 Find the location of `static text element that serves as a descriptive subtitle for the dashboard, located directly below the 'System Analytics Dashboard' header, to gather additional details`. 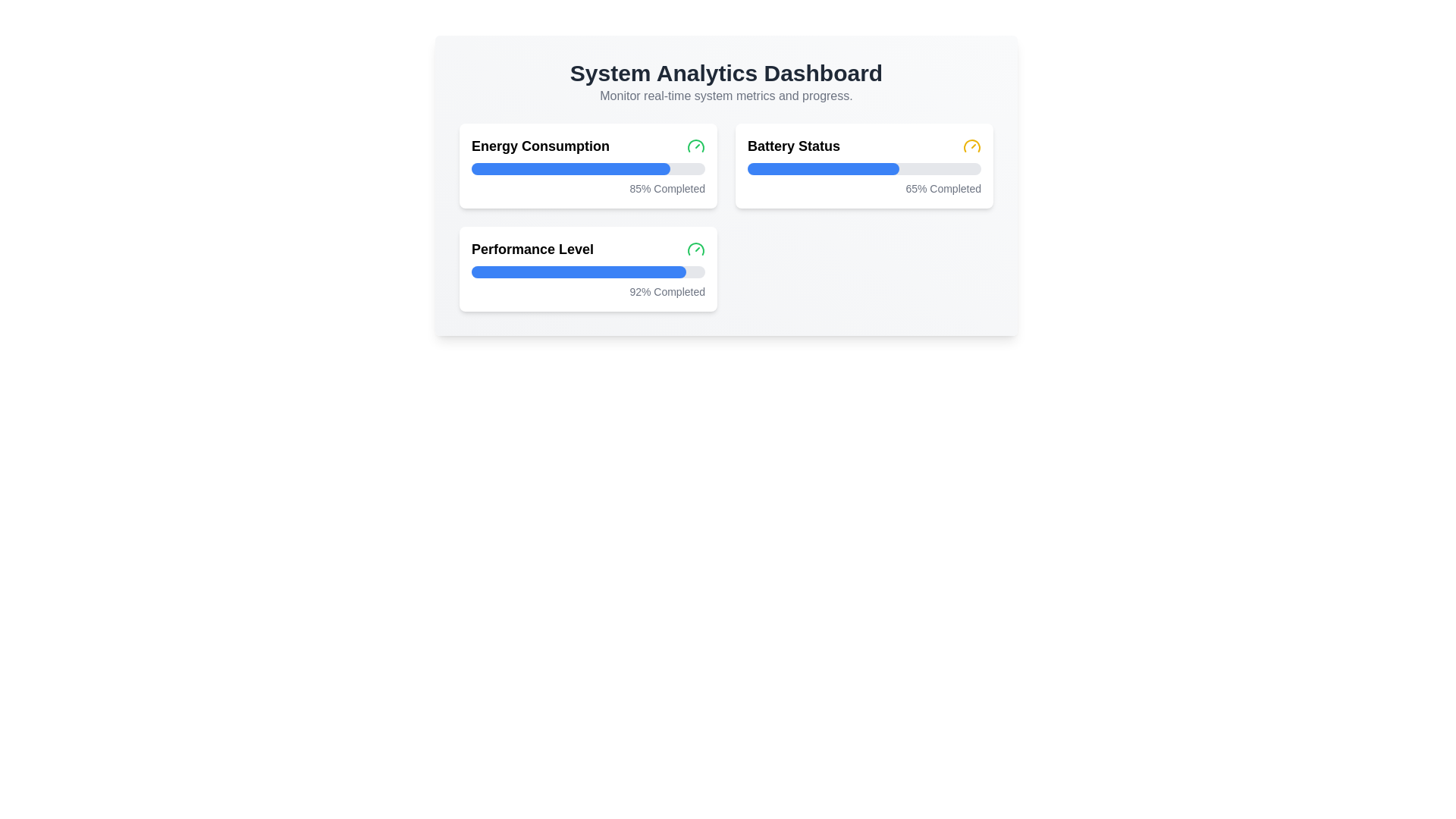

static text element that serves as a descriptive subtitle for the dashboard, located directly below the 'System Analytics Dashboard' header, to gather additional details is located at coordinates (726, 96).